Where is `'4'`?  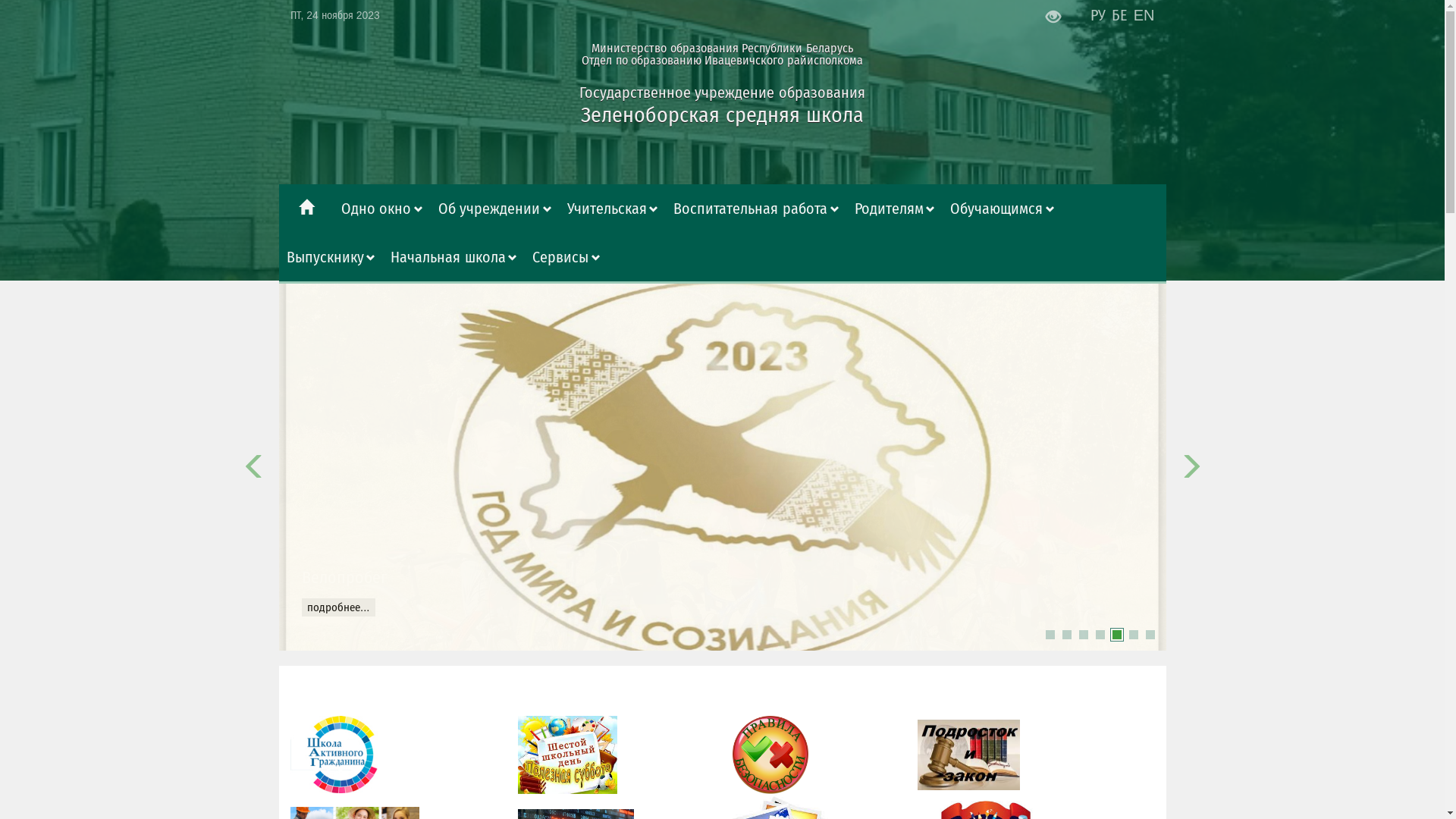 '4' is located at coordinates (1099, 635).